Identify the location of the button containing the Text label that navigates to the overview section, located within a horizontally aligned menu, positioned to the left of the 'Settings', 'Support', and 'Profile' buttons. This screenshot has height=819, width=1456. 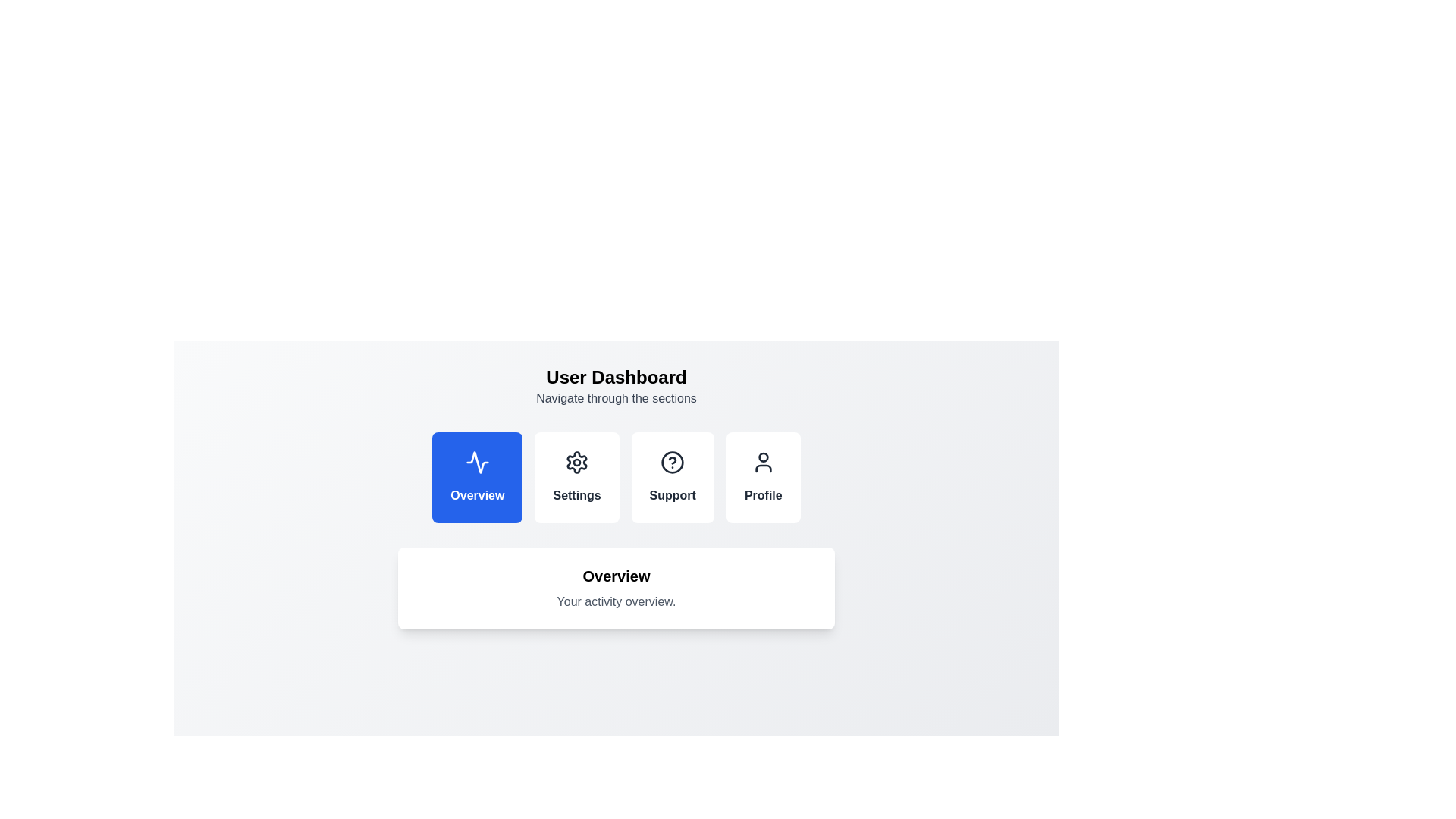
(476, 496).